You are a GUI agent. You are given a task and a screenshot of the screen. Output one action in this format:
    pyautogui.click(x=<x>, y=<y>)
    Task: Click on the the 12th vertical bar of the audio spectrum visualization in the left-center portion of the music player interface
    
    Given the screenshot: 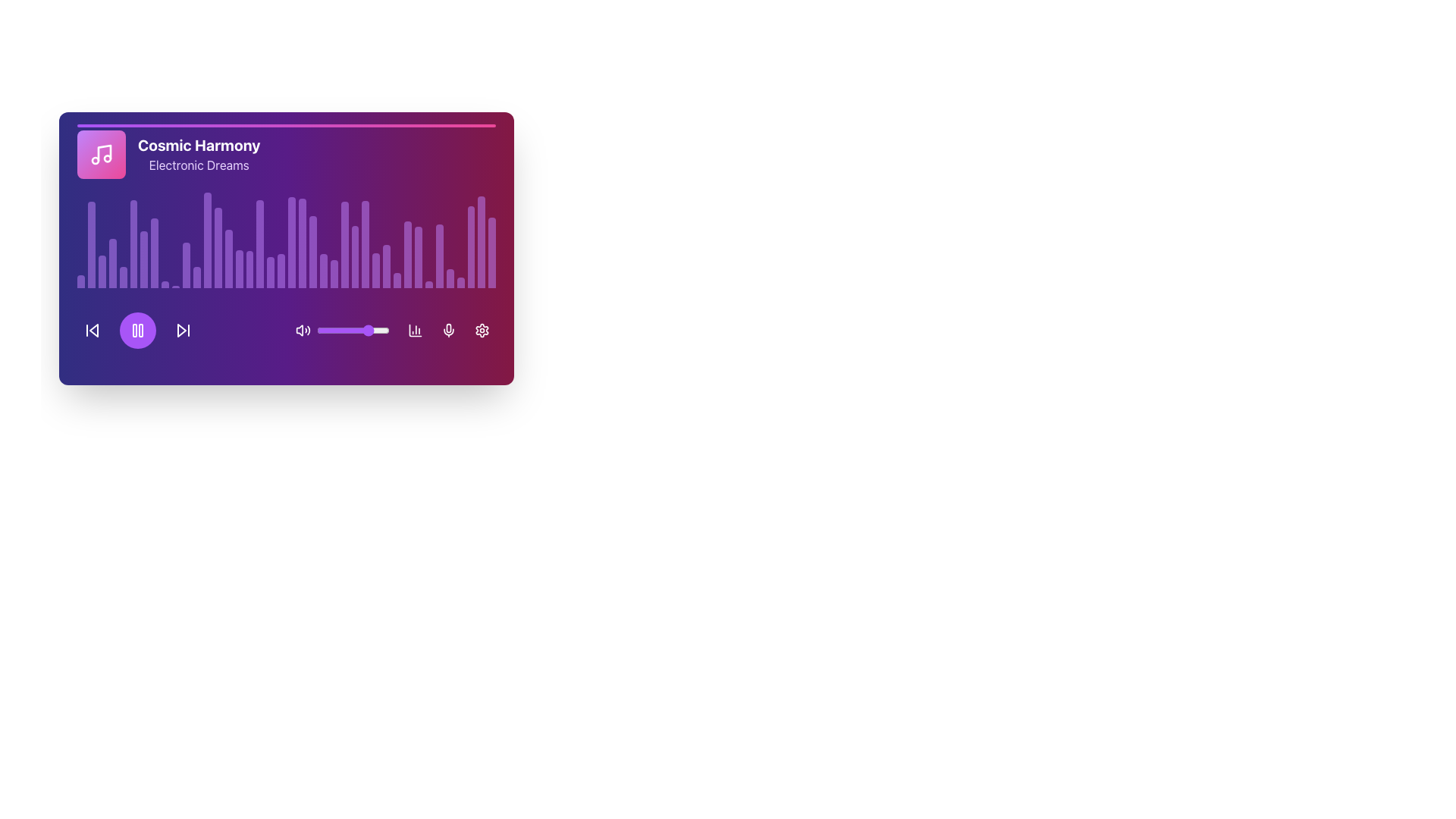 What is the action you would take?
    pyautogui.click(x=196, y=278)
    